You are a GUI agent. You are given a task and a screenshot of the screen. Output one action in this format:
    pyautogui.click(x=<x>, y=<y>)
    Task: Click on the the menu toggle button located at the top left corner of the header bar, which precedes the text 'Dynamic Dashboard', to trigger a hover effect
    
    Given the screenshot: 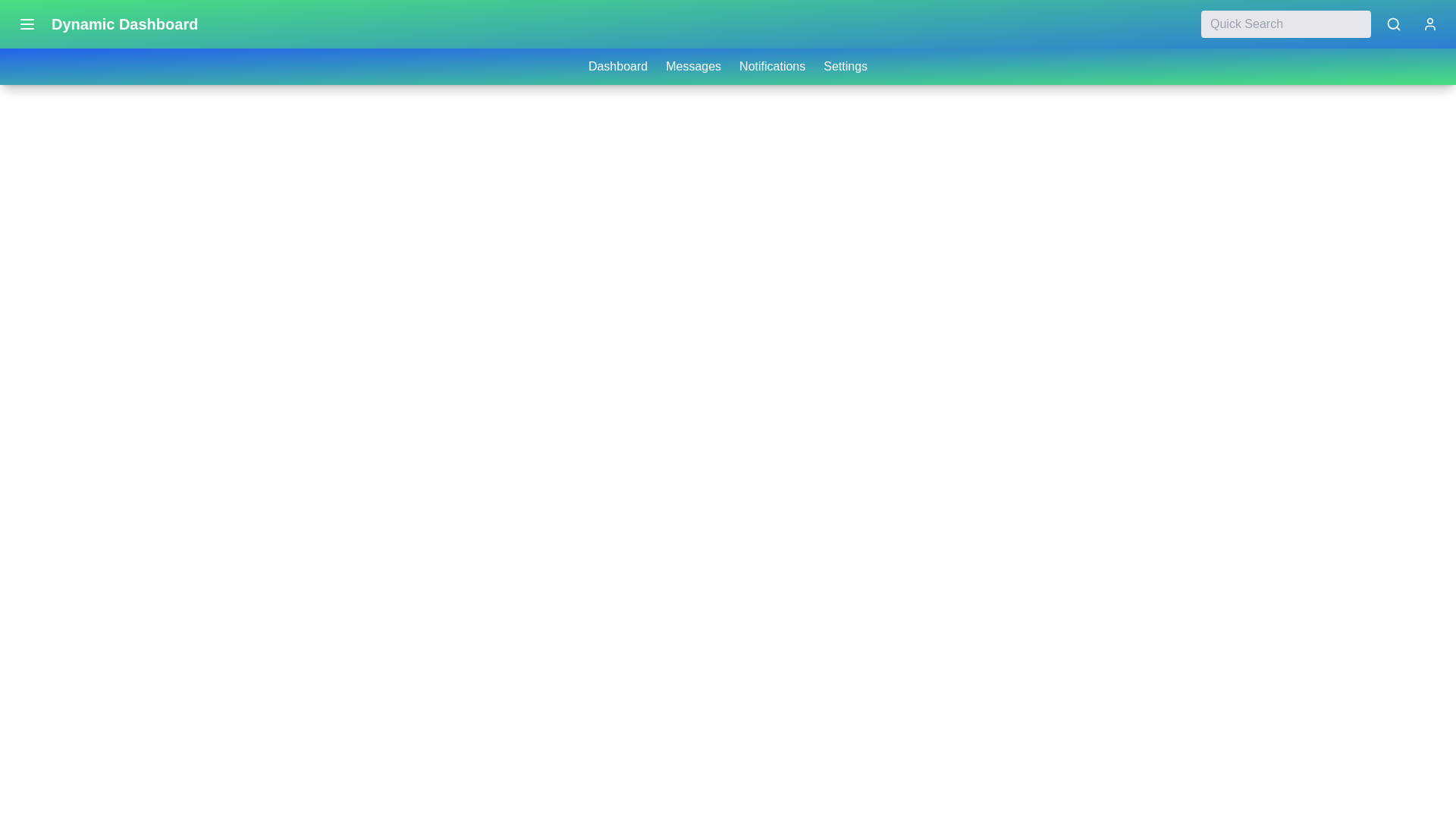 What is the action you would take?
    pyautogui.click(x=27, y=24)
    